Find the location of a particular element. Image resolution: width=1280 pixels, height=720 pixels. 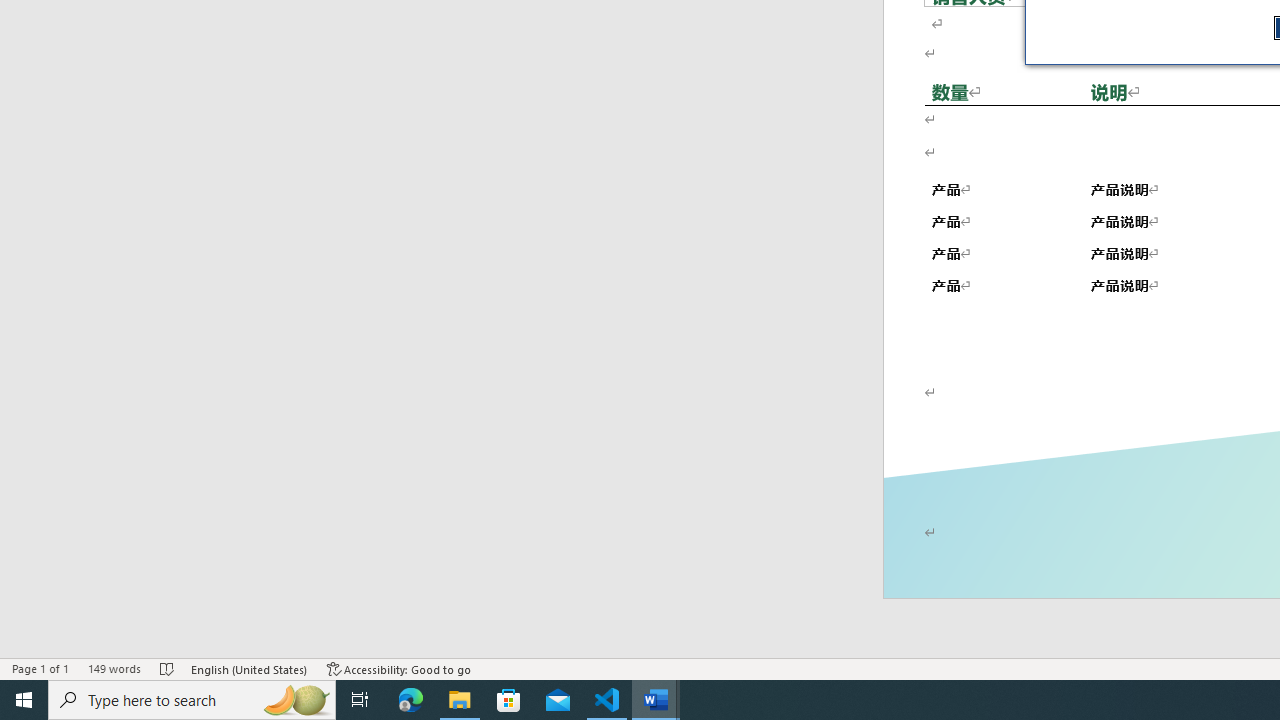

'Spelling and Grammar Check No Errors' is located at coordinates (168, 669).